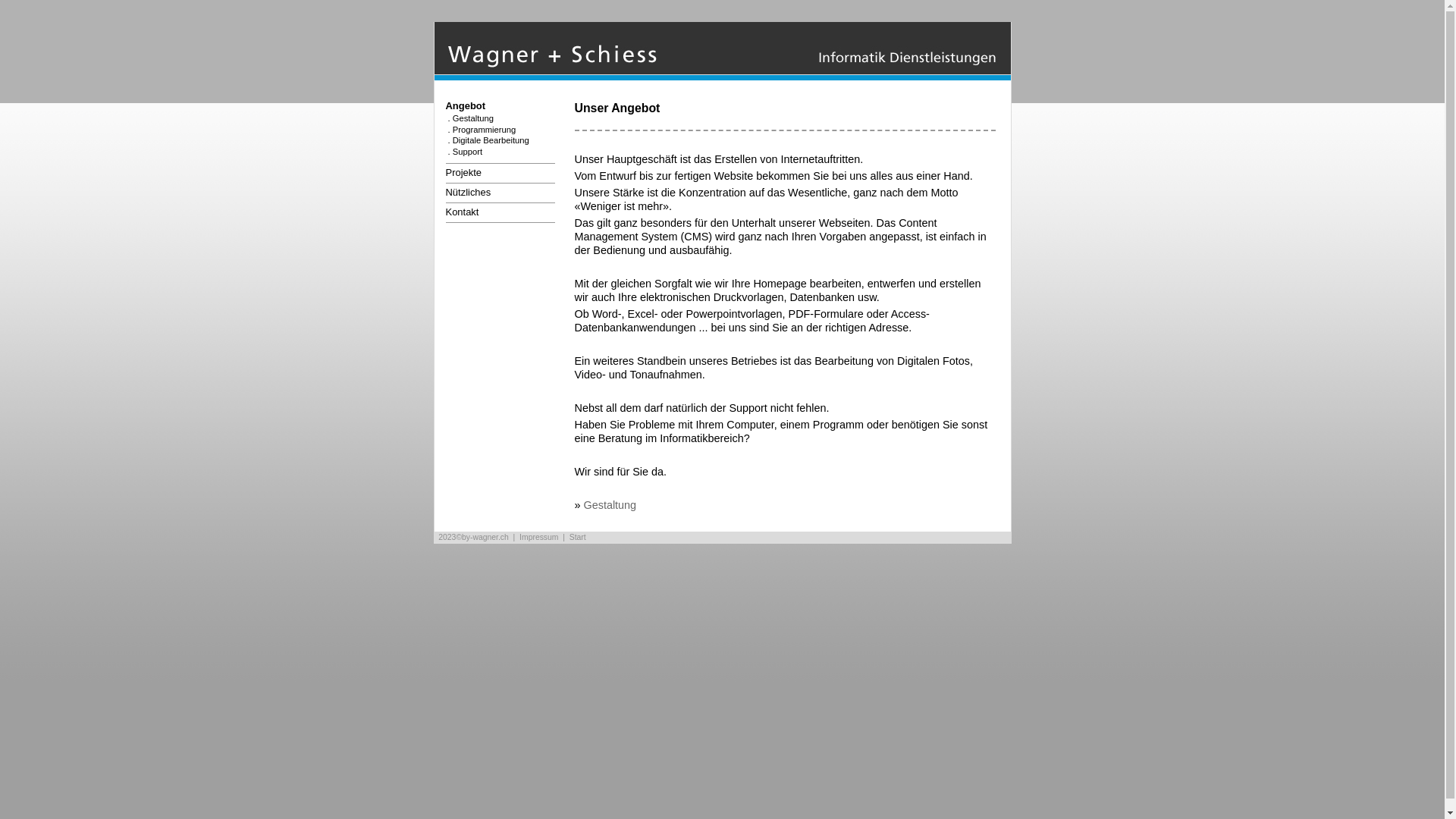 The height and width of the screenshot is (819, 1456). Describe the element at coordinates (463, 171) in the screenshot. I see `'Projekte'` at that location.